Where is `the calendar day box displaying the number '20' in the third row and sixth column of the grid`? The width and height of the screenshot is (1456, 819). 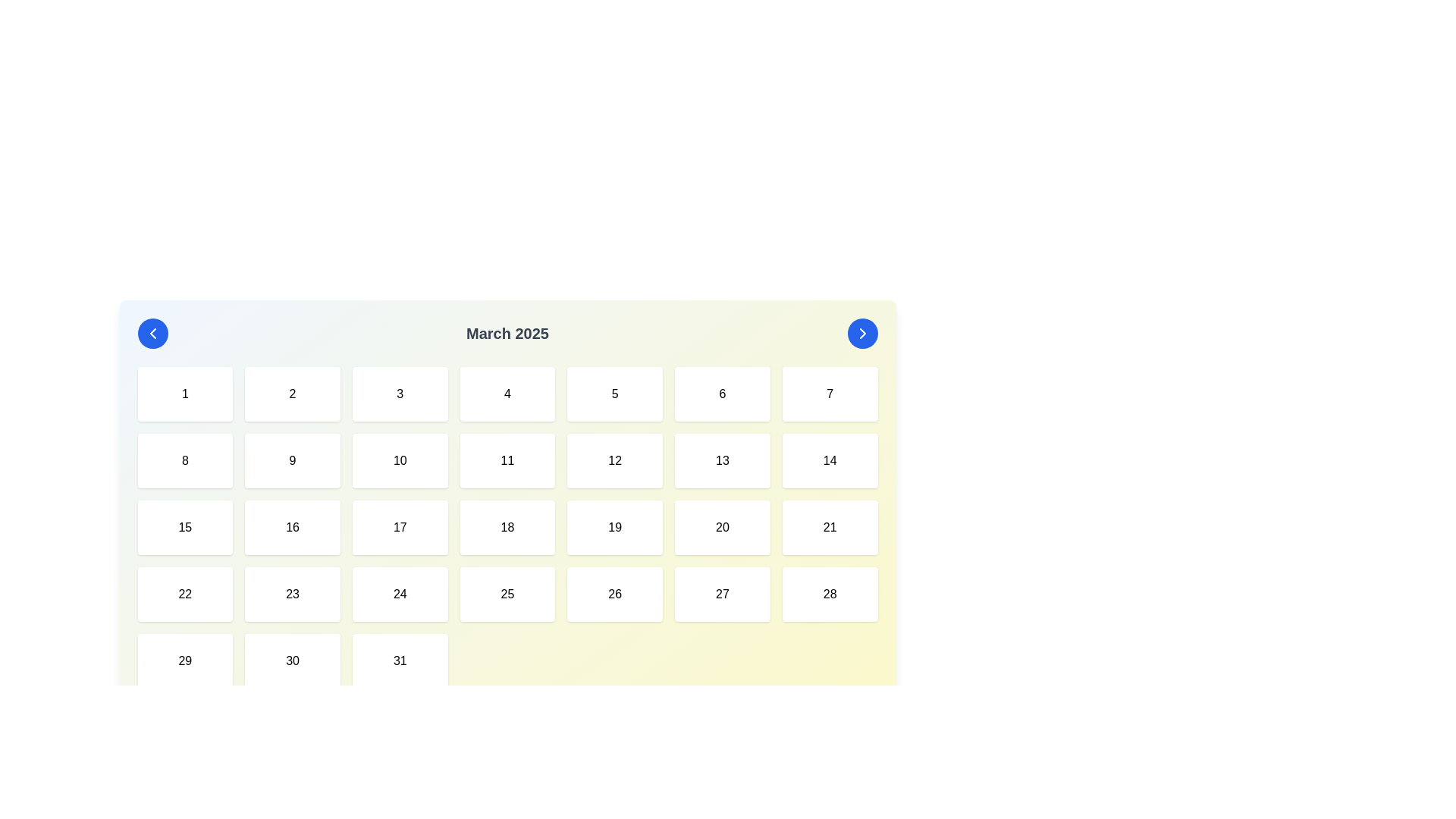
the calendar day box displaying the number '20' in the third row and sixth column of the grid is located at coordinates (721, 526).